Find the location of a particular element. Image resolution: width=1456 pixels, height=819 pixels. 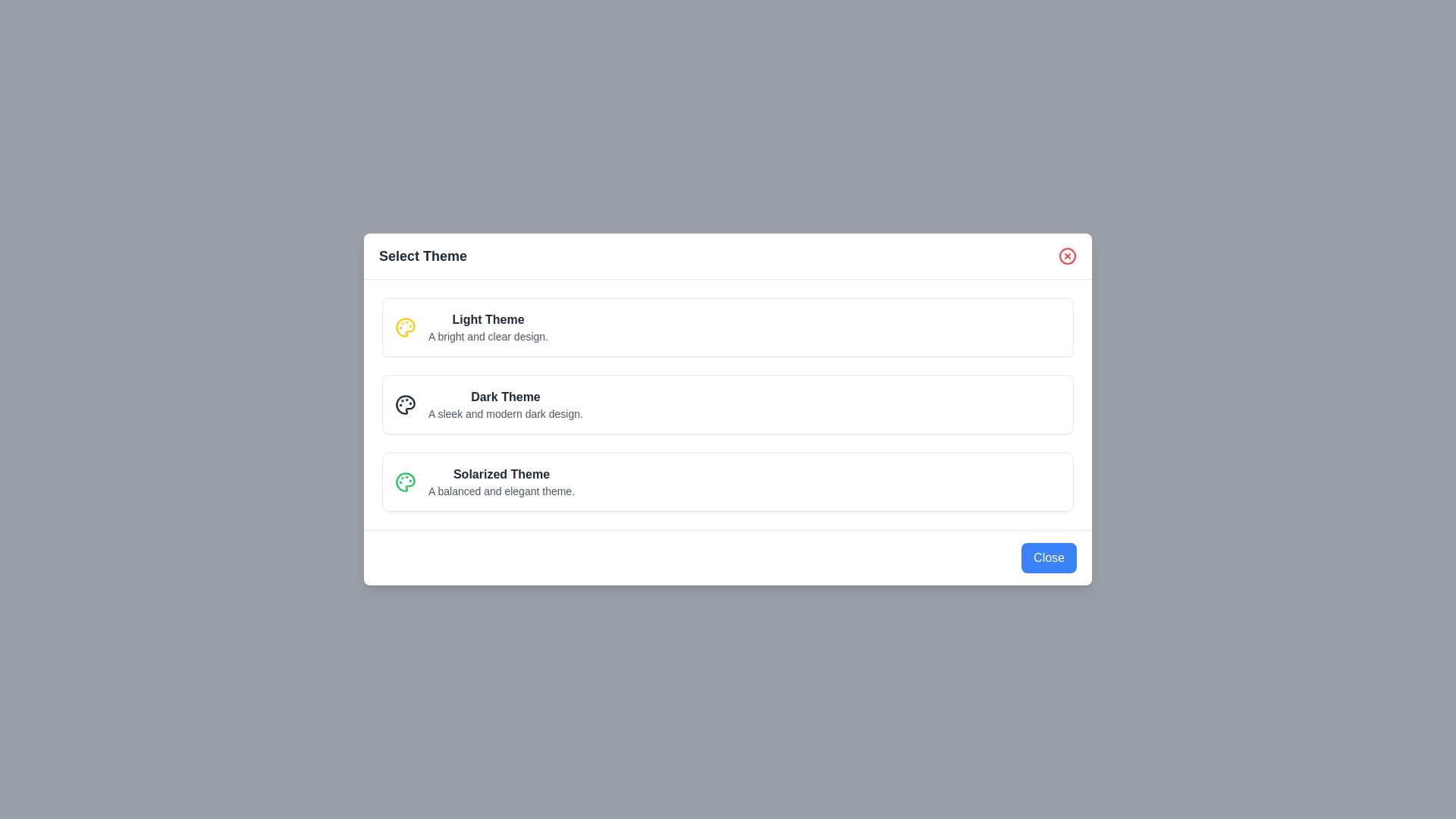

the icon for the theme Dark Theme is located at coordinates (405, 403).